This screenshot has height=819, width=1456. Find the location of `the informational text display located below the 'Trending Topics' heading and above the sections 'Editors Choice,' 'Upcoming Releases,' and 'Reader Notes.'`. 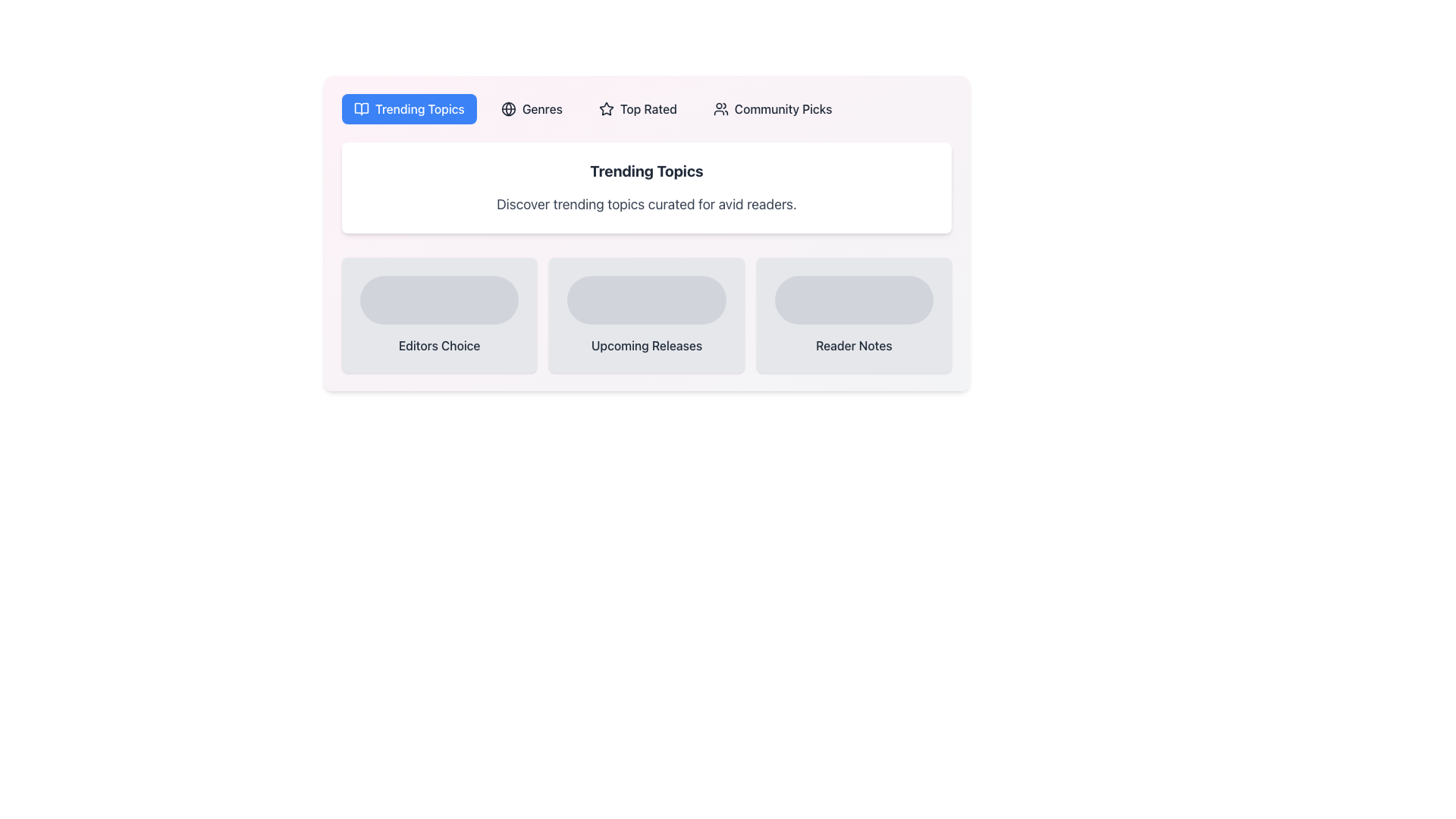

the informational text display located below the 'Trending Topics' heading and above the sections 'Editors Choice,' 'Upcoming Releases,' and 'Reader Notes.' is located at coordinates (647, 205).